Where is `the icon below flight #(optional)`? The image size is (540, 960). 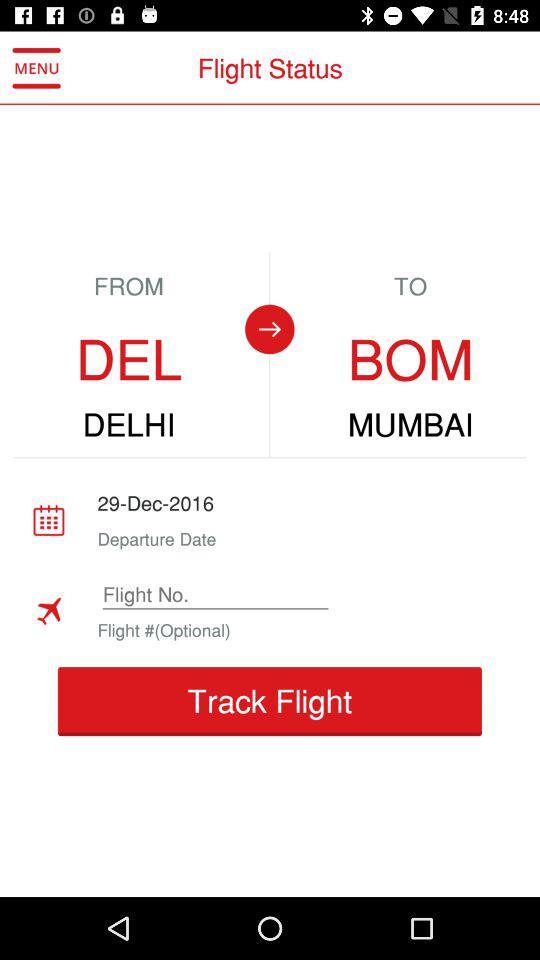
the icon below flight #(optional) is located at coordinates (269, 701).